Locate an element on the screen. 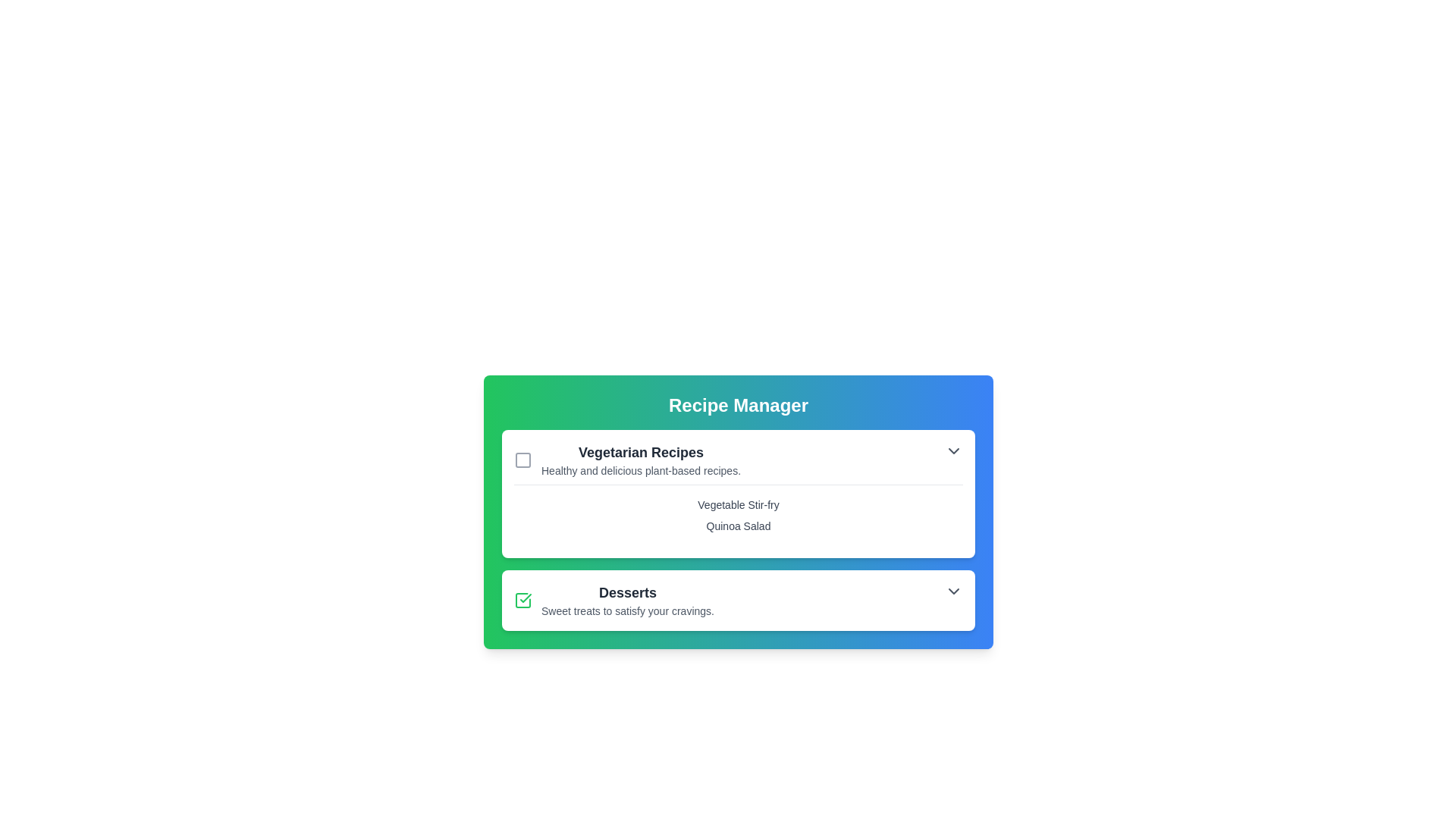 The height and width of the screenshot is (819, 1456). the checkbox associated with the 'Desserts' category located at the bottom section of the panel is located at coordinates (523, 599).